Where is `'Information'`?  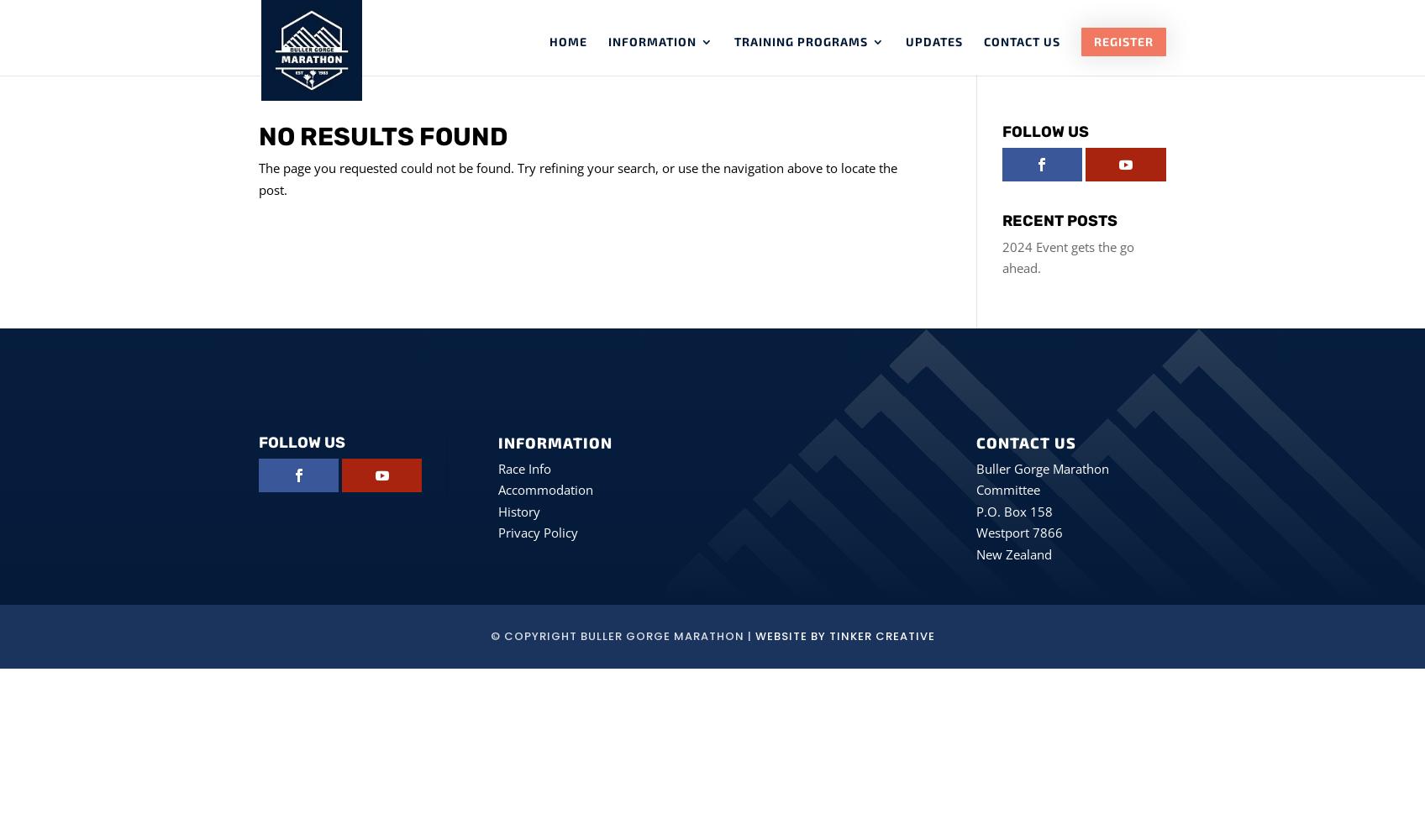 'Information' is located at coordinates (608, 41).